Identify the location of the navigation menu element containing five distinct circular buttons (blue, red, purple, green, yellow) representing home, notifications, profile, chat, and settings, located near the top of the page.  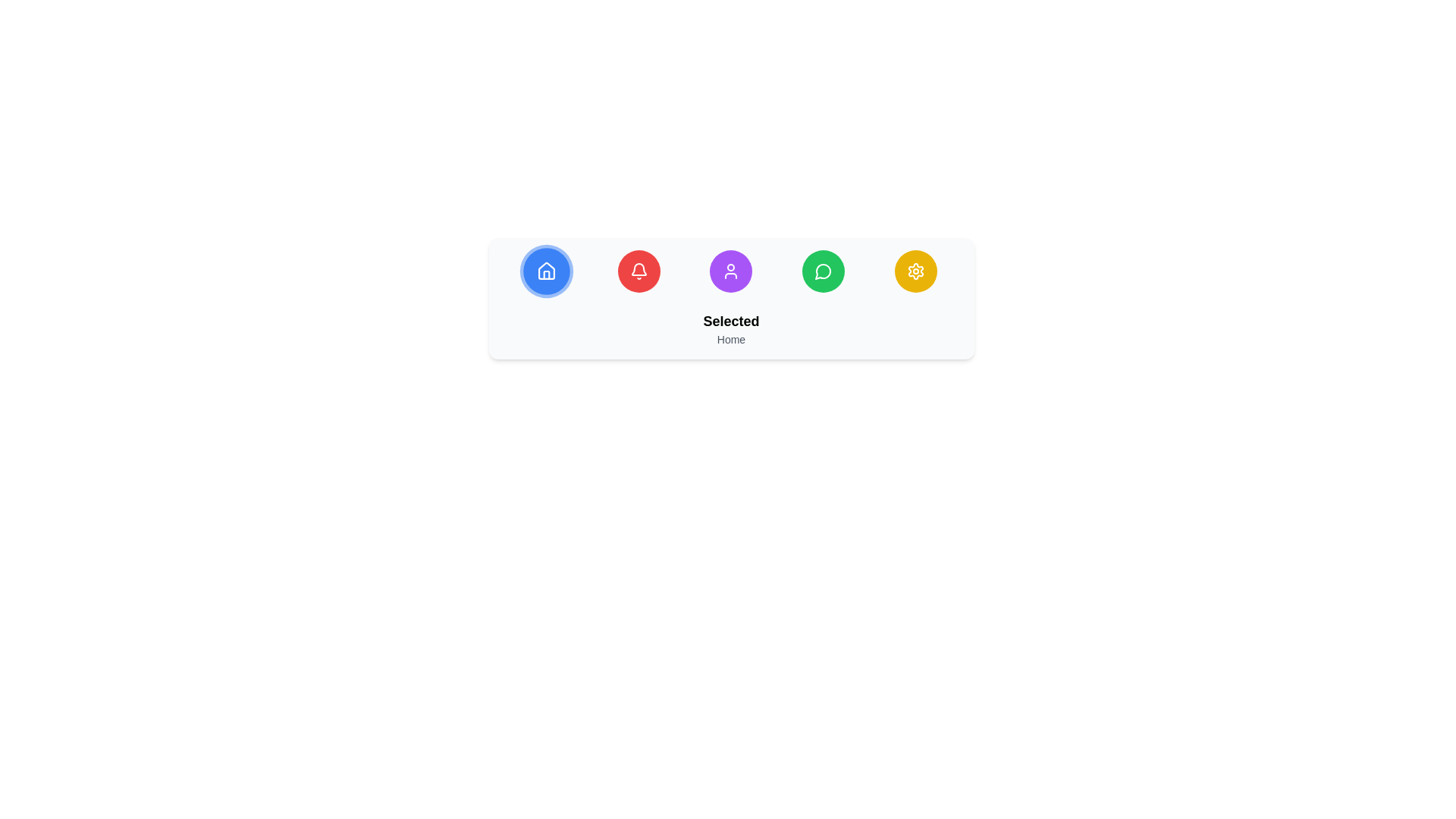
(731, 298).